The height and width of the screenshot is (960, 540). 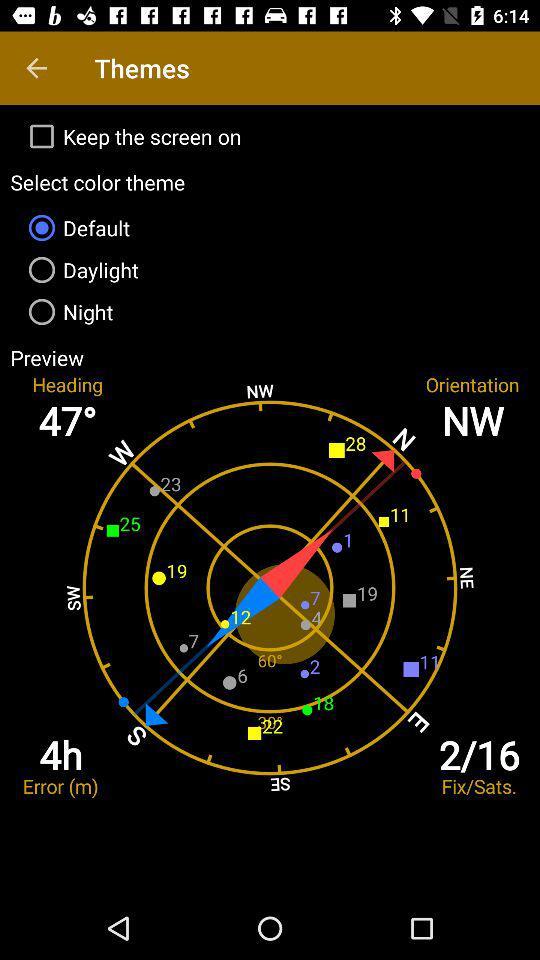 I want to click on the item below default, so click(x=270, y=268).